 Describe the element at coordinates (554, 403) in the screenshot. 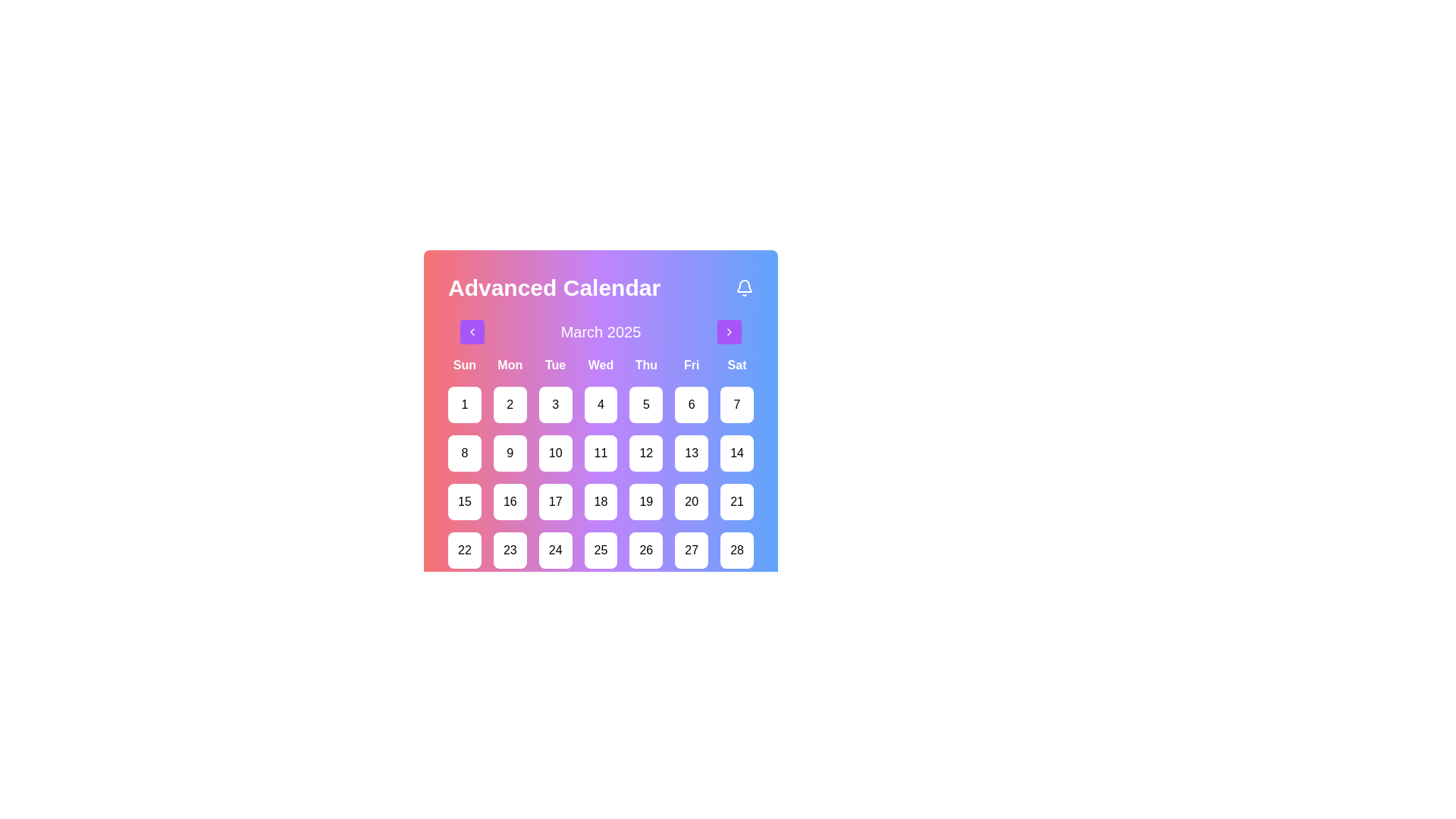

I see `the Date Tile displaying the number '3' located in the third column of the first row of the calendar, directly under 'Tue'` at that location.